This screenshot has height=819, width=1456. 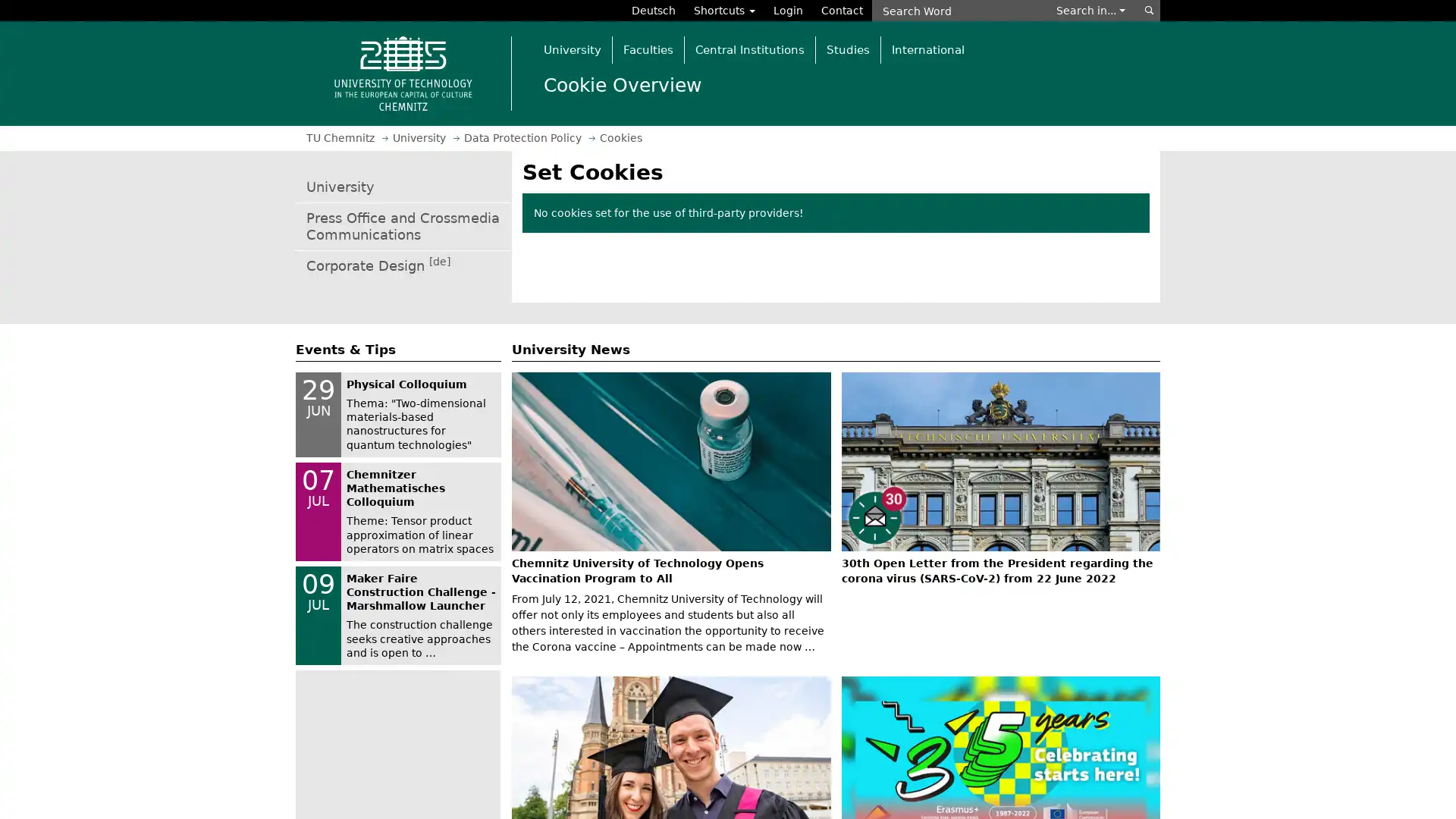 What do you see at coordinates (571, 49) in the screenshot?
I see `University` at bounding box center [571, 49].